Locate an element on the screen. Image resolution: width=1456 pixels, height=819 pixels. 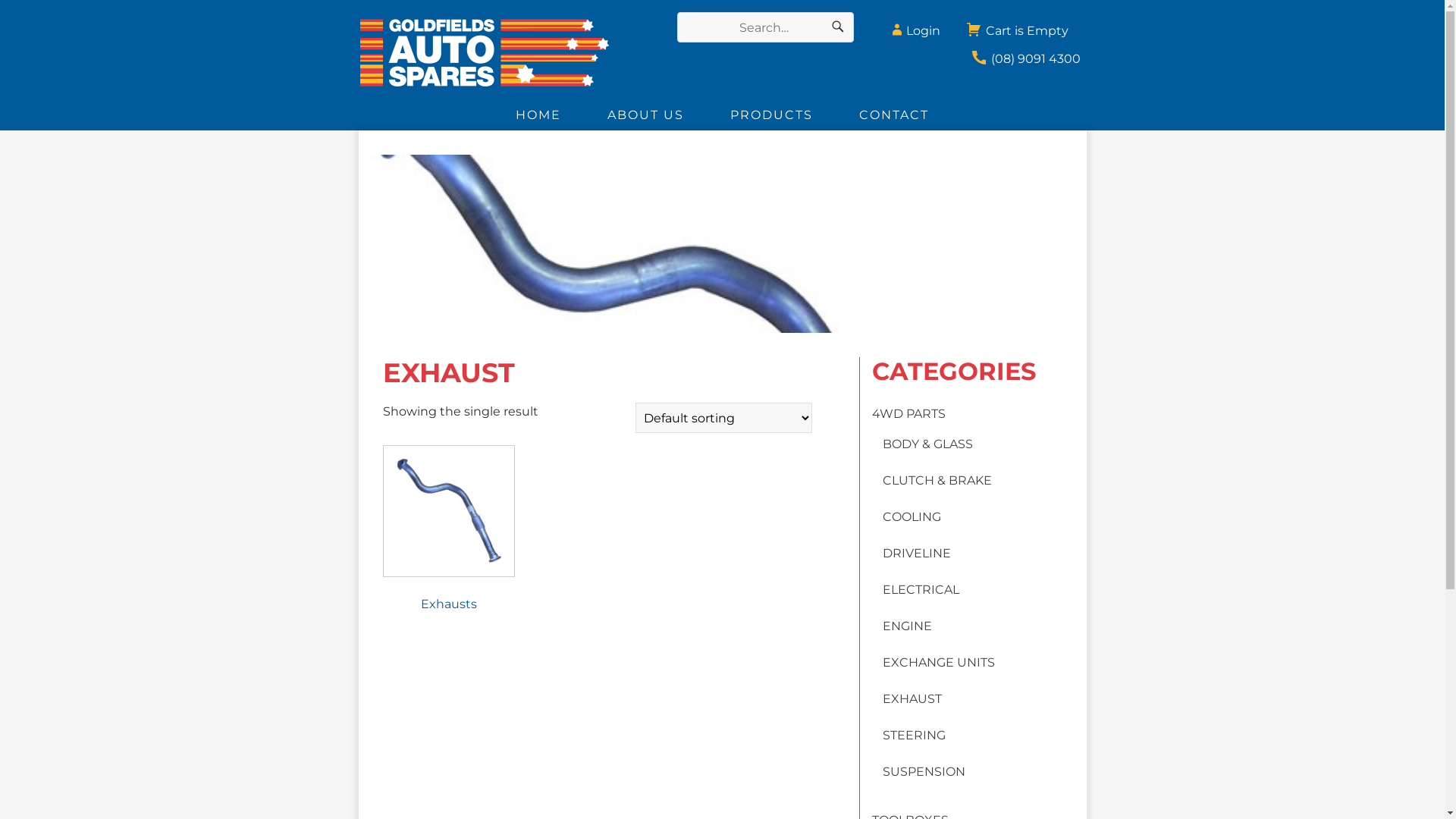
'ABOUT US' is located at coordinates (645, 114).